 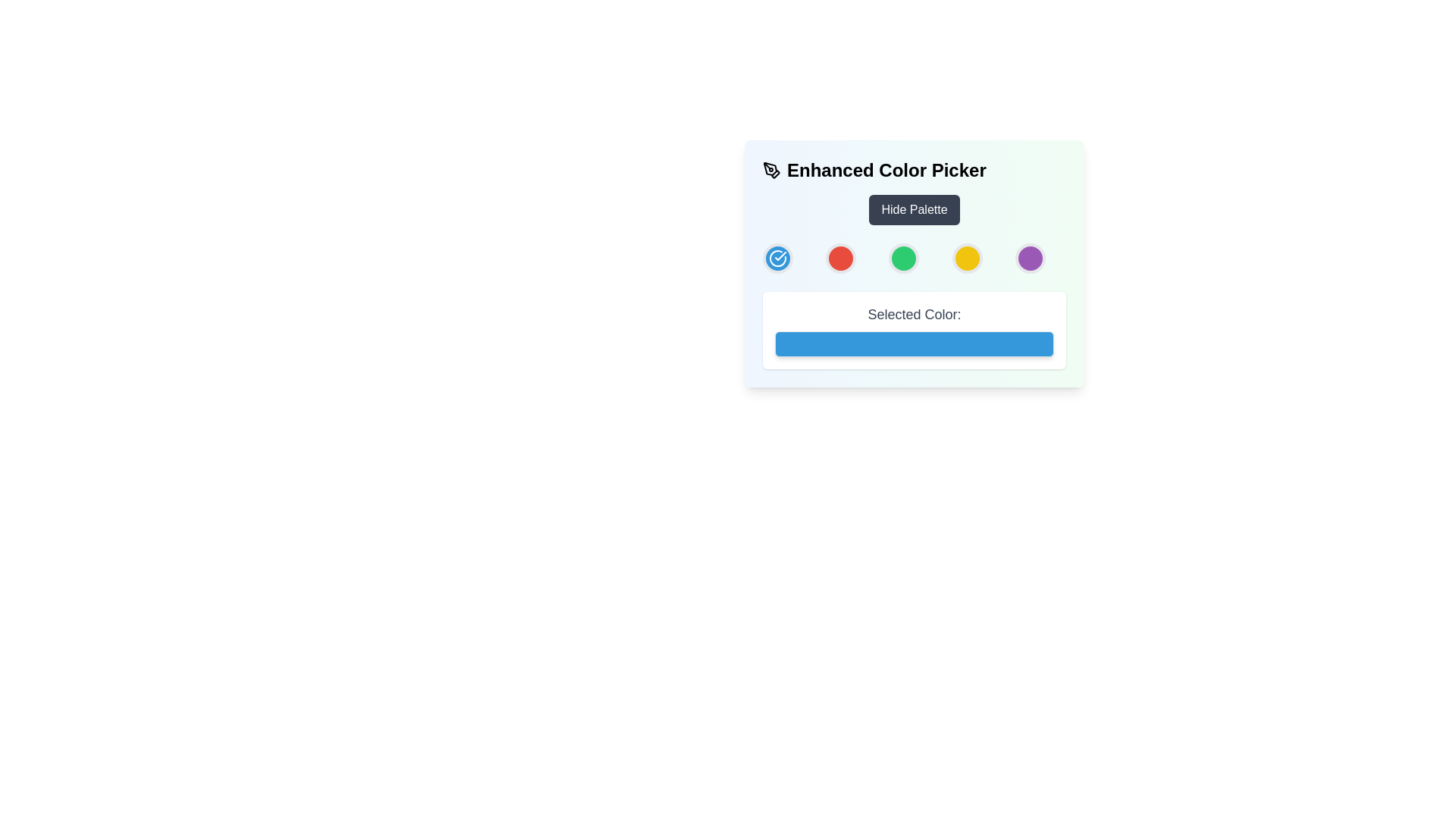 I want to click on the first circular button in the Enhanced Color Picker interface, so click(x=778, y=257).